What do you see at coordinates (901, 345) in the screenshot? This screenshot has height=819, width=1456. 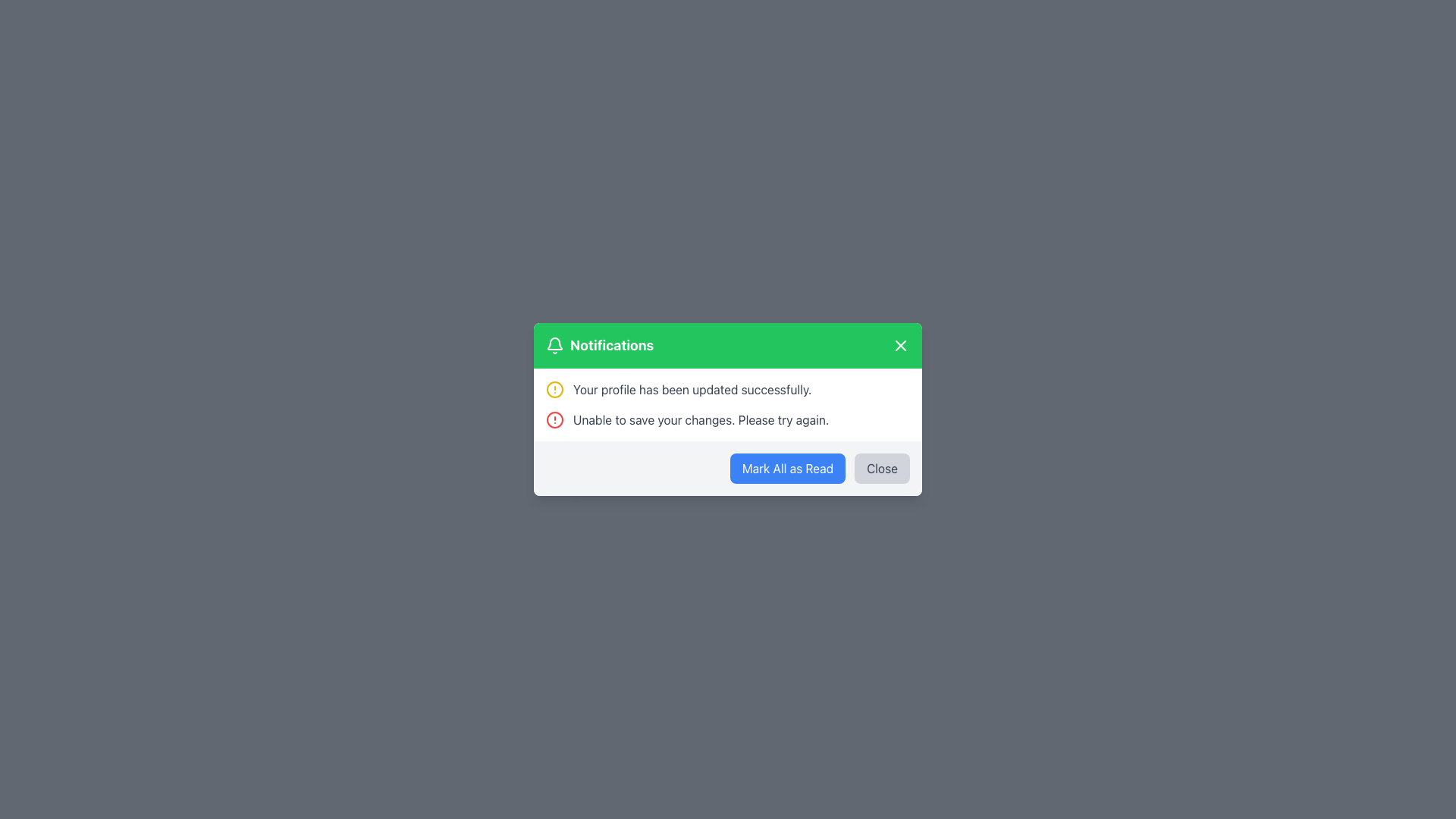 I see `the close icon located at the top-right corner of the green header section labeled 'Notifications'` at bounding box center [901, 345].